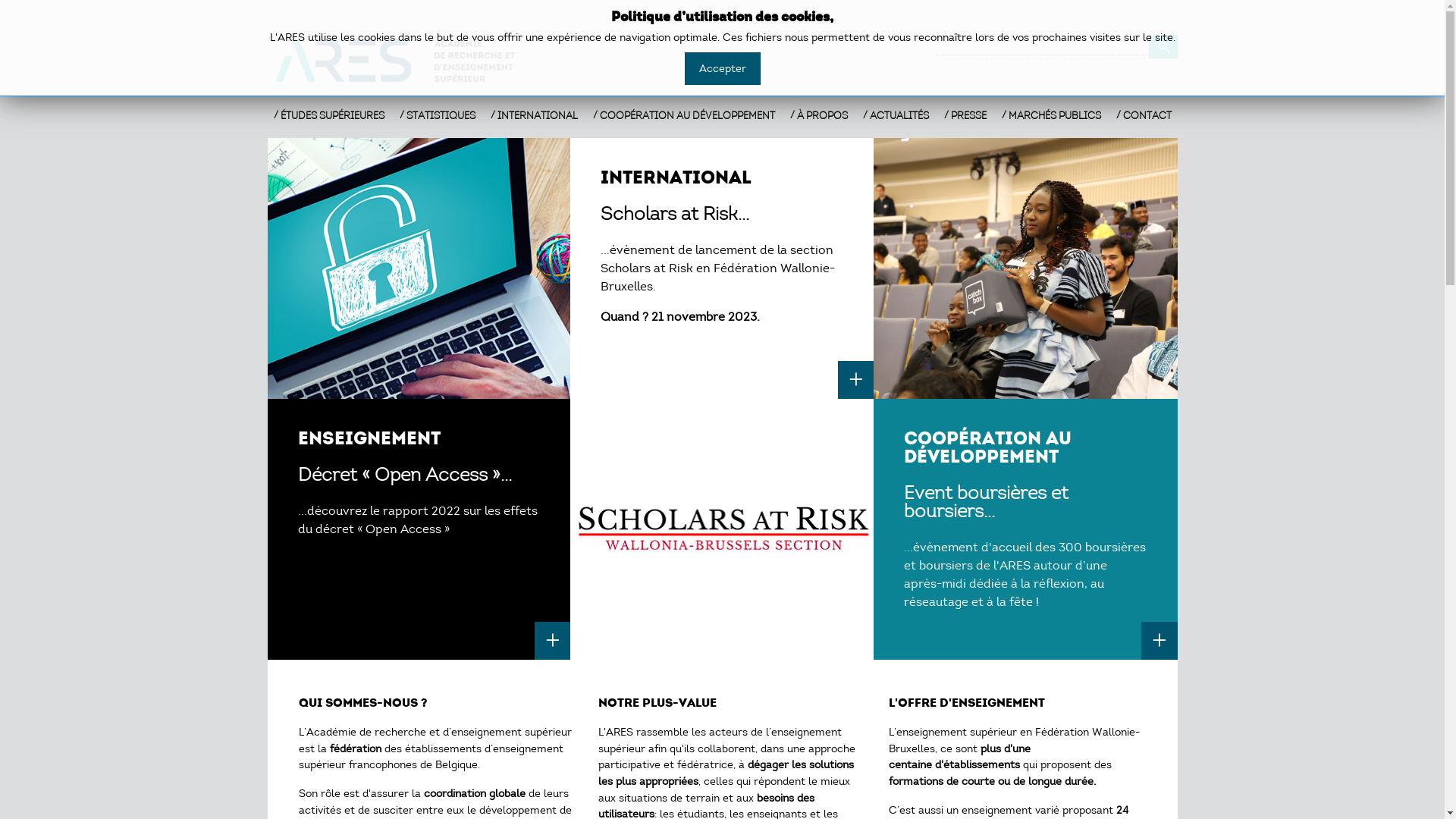 The width and height of the screenshot is (1456, 819). I want to click on 'INTERNATIONAL', so click(533, 115).